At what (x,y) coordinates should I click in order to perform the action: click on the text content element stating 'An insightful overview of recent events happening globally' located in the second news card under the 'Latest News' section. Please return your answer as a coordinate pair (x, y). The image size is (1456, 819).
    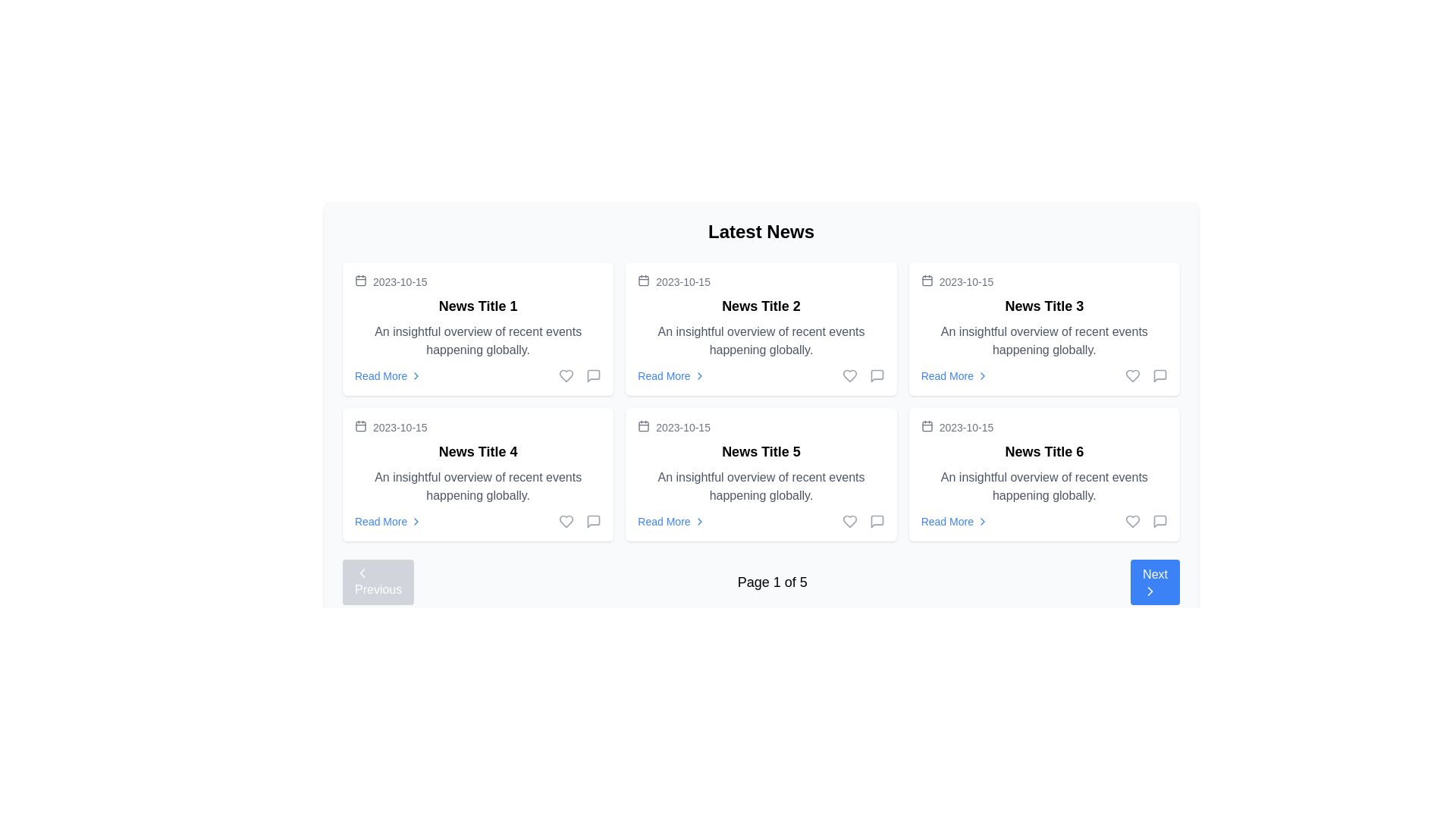
    Looking at the image, I should click on (761, 341).